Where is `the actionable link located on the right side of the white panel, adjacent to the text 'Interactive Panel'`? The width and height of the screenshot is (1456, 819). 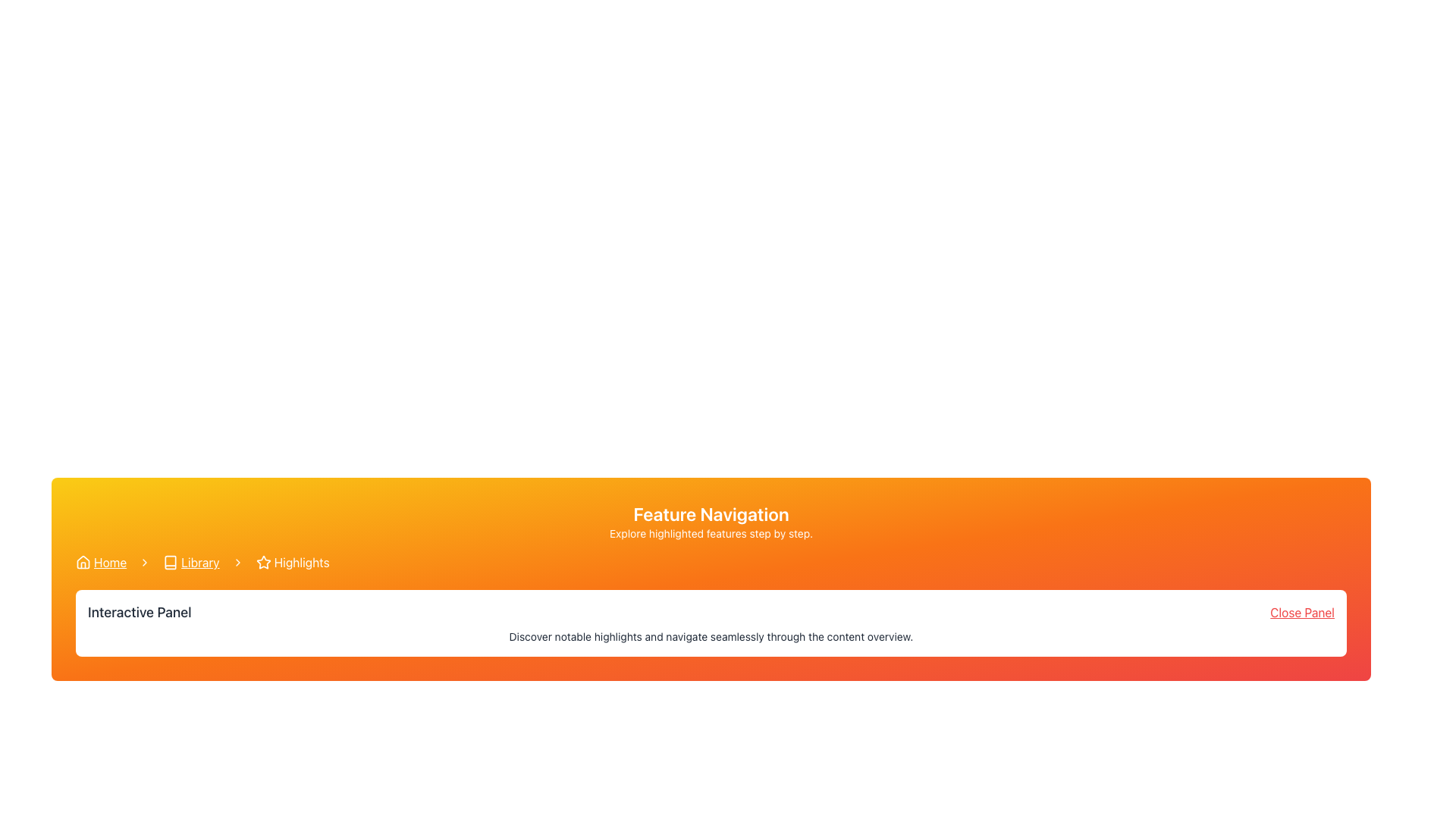 the actionable link located on the right side of the white panel, adjacent to the text 'Interactive Panel' is located at coordinates (1301, 611).